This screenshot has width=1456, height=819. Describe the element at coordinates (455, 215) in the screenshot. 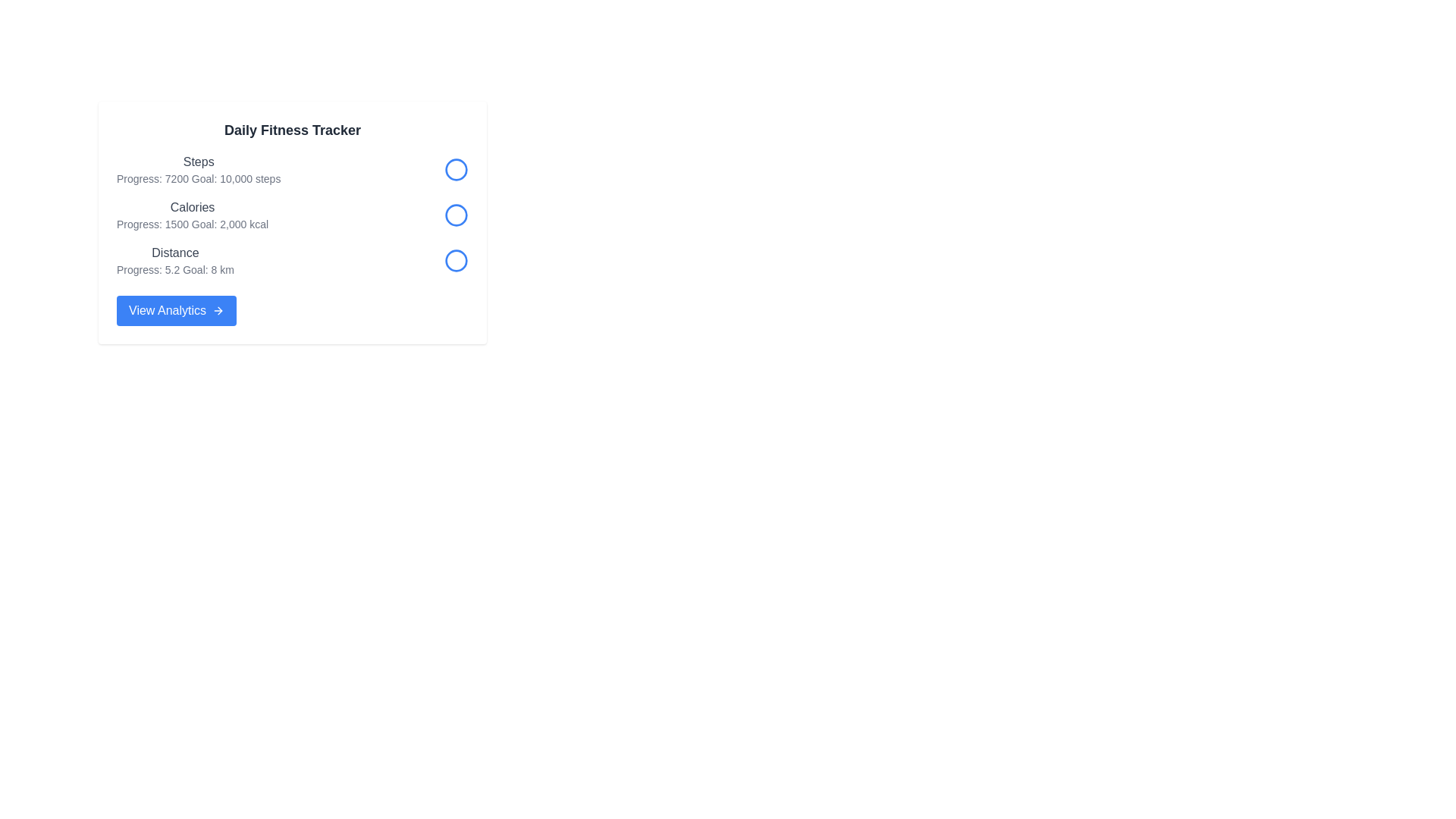

I see `the blue circular icon located to the right of the 'Calories' label` at that location.